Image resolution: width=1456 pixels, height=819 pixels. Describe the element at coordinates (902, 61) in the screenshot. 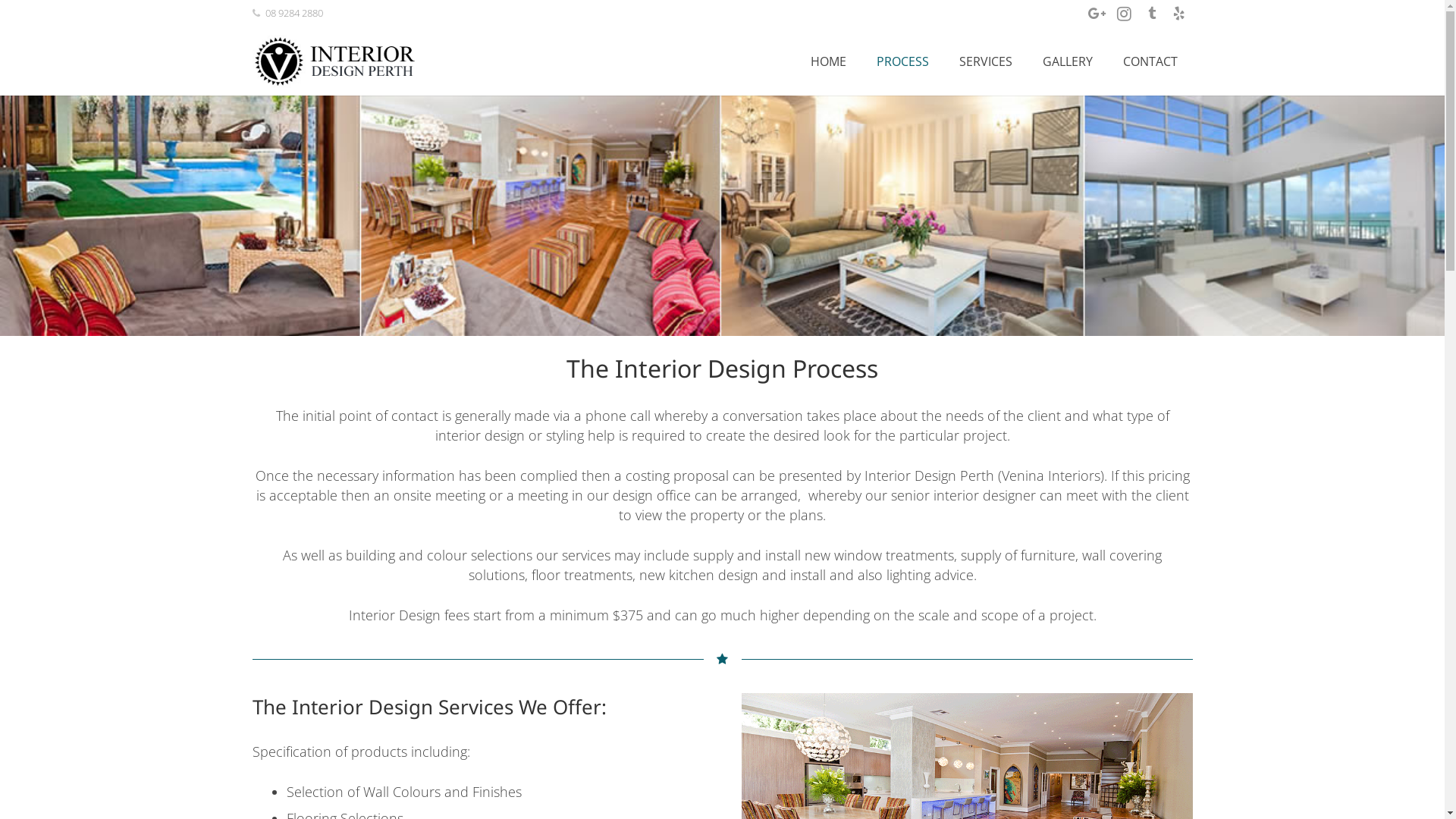

I see `'PROCESS'` at that location.